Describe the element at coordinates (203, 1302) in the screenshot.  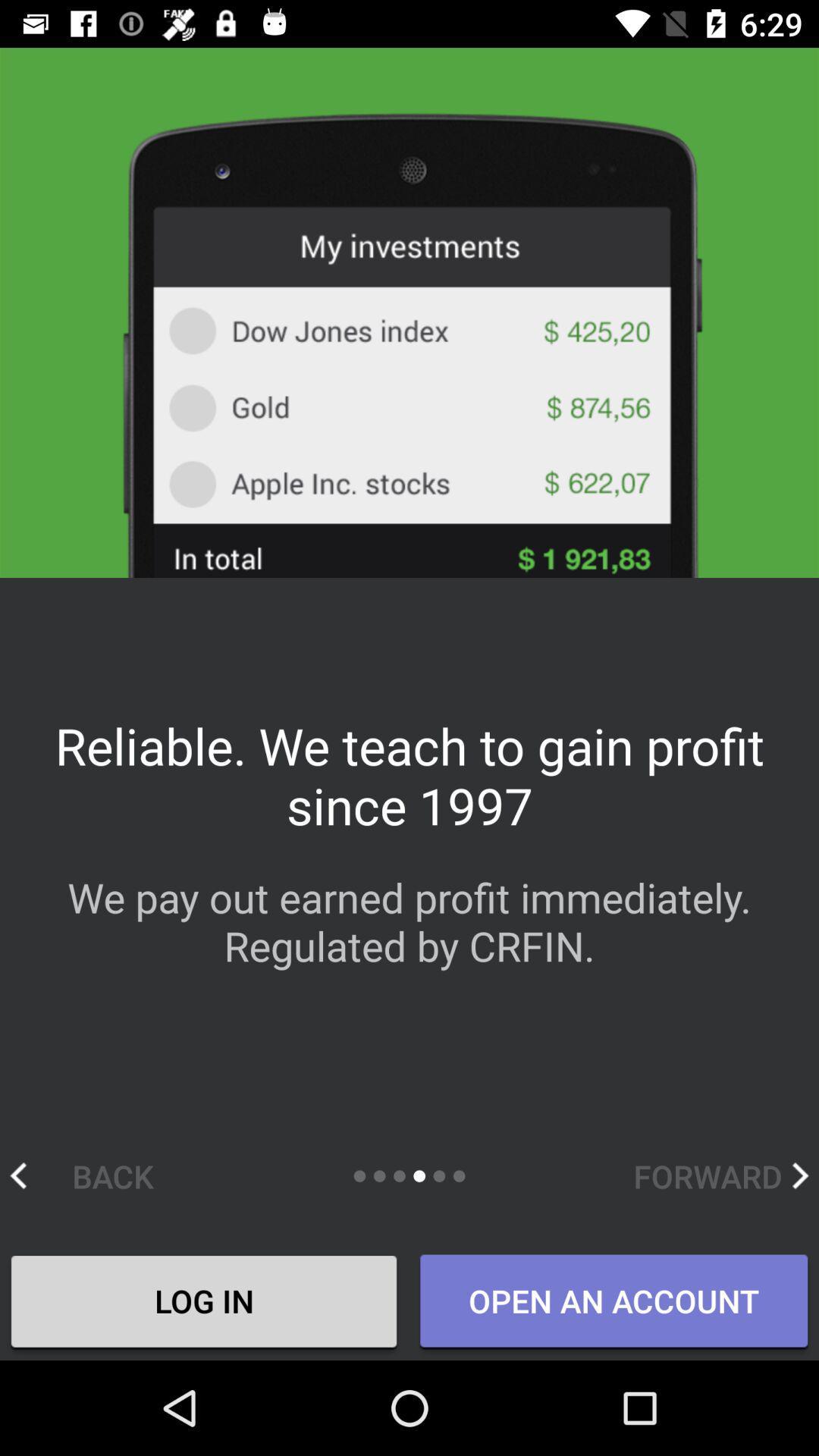
I see `log in item` at that location.